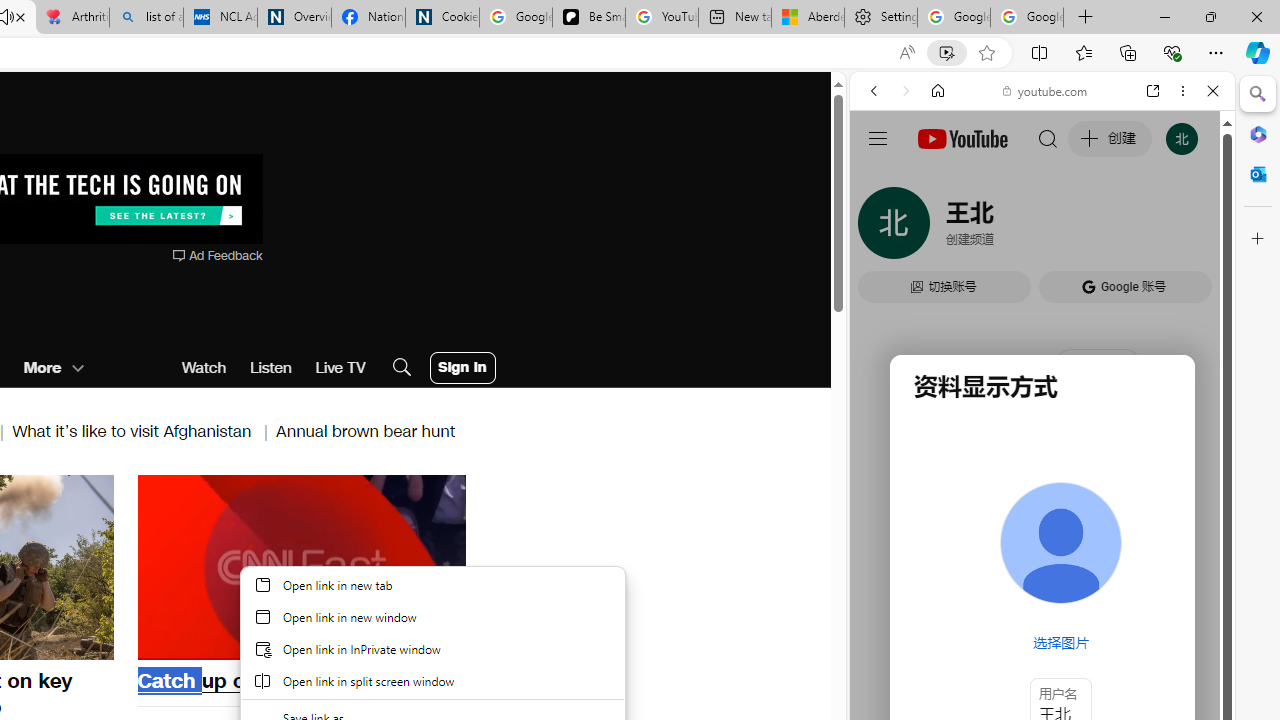 The width and height of the screenshot is (1280, 720). What do you see at coordinates (807, 17) in the screenshot?
I see `'Aberdeen, Hong Kong SAR hourly forecast | Microsoft Weather'` at bounding box center [807, 17].